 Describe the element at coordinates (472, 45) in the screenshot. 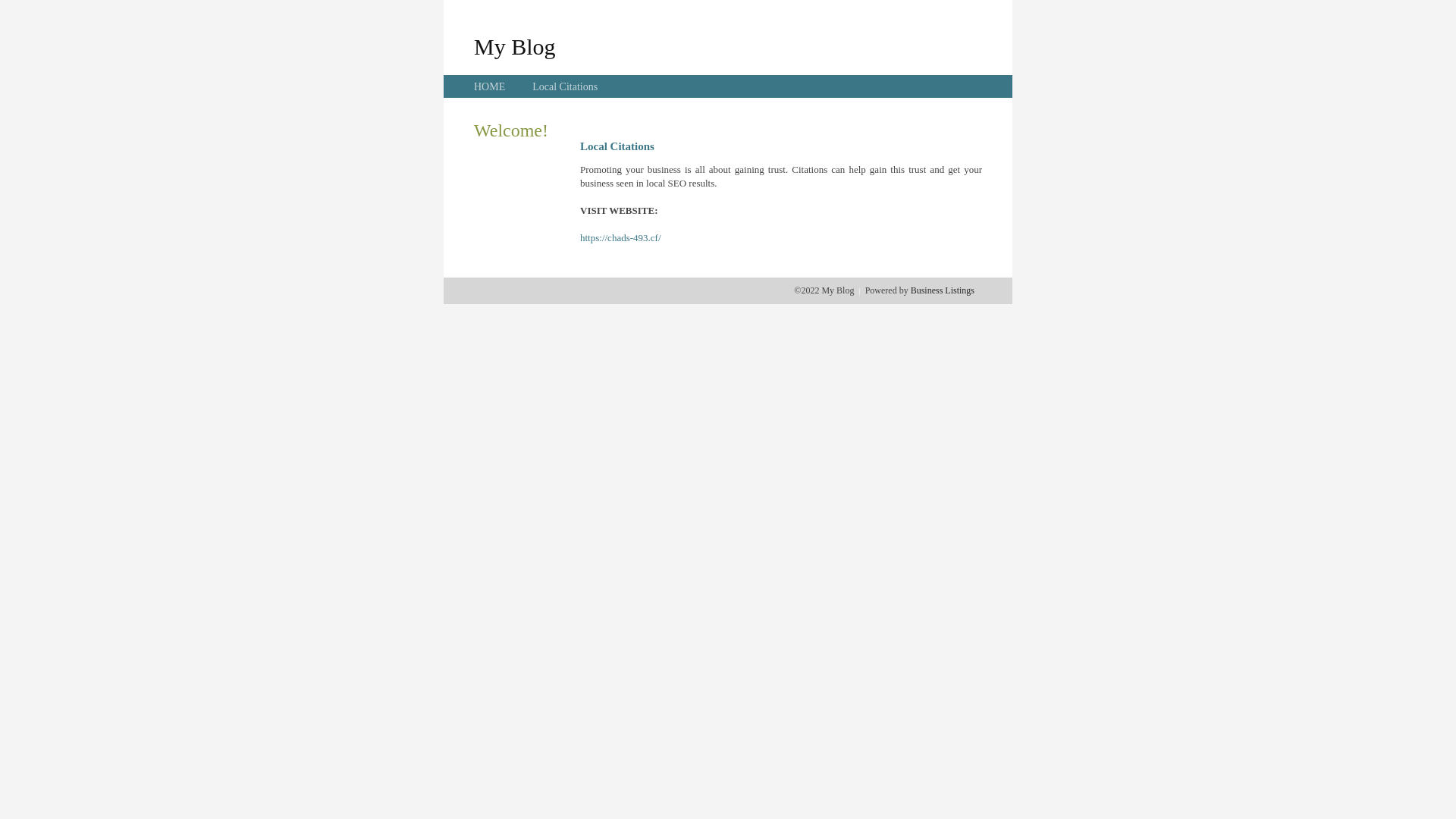

I see `'My Blog'` at that location.